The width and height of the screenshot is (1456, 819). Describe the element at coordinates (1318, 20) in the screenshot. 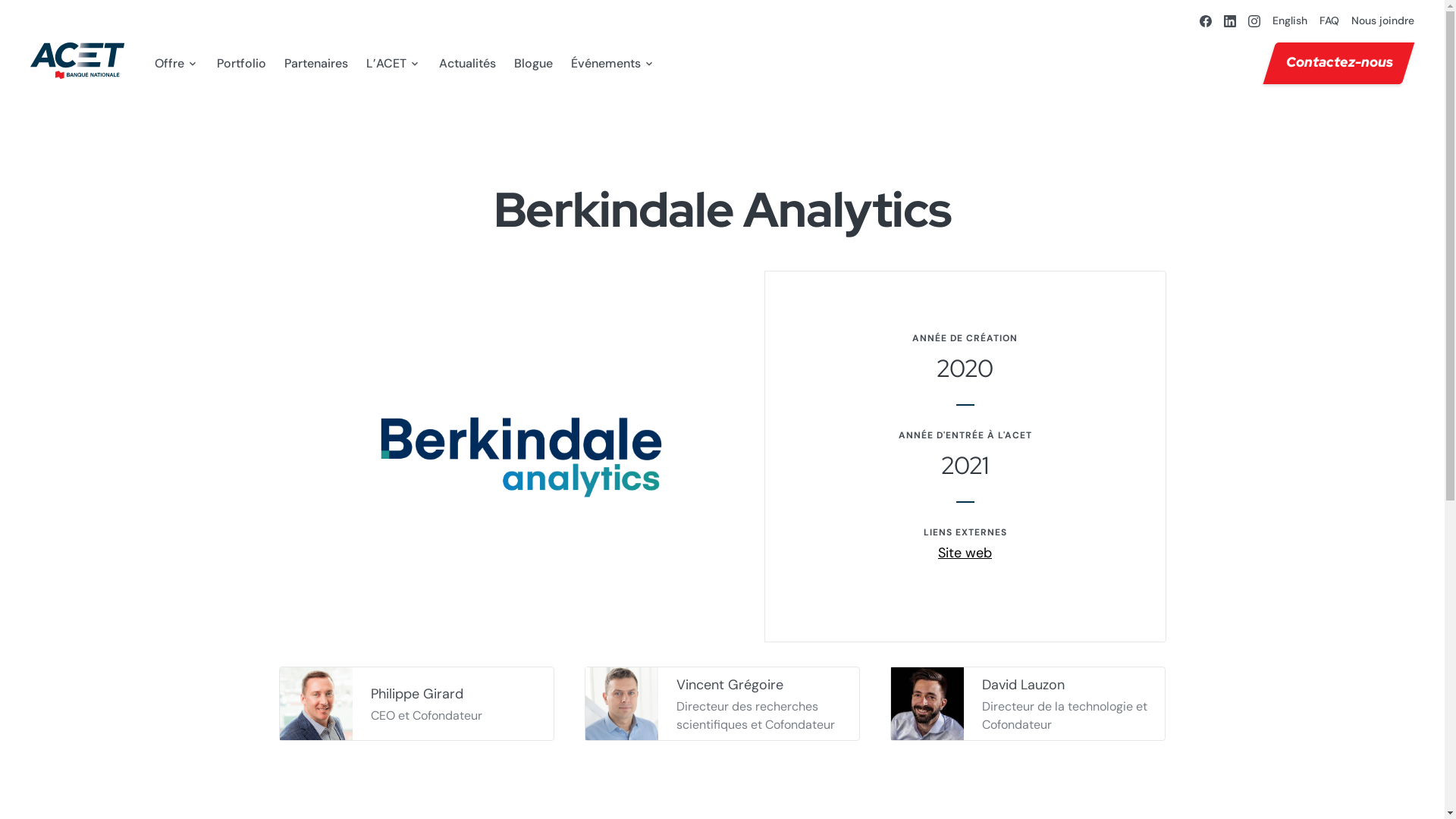

I see `'FAQ'` at that location.